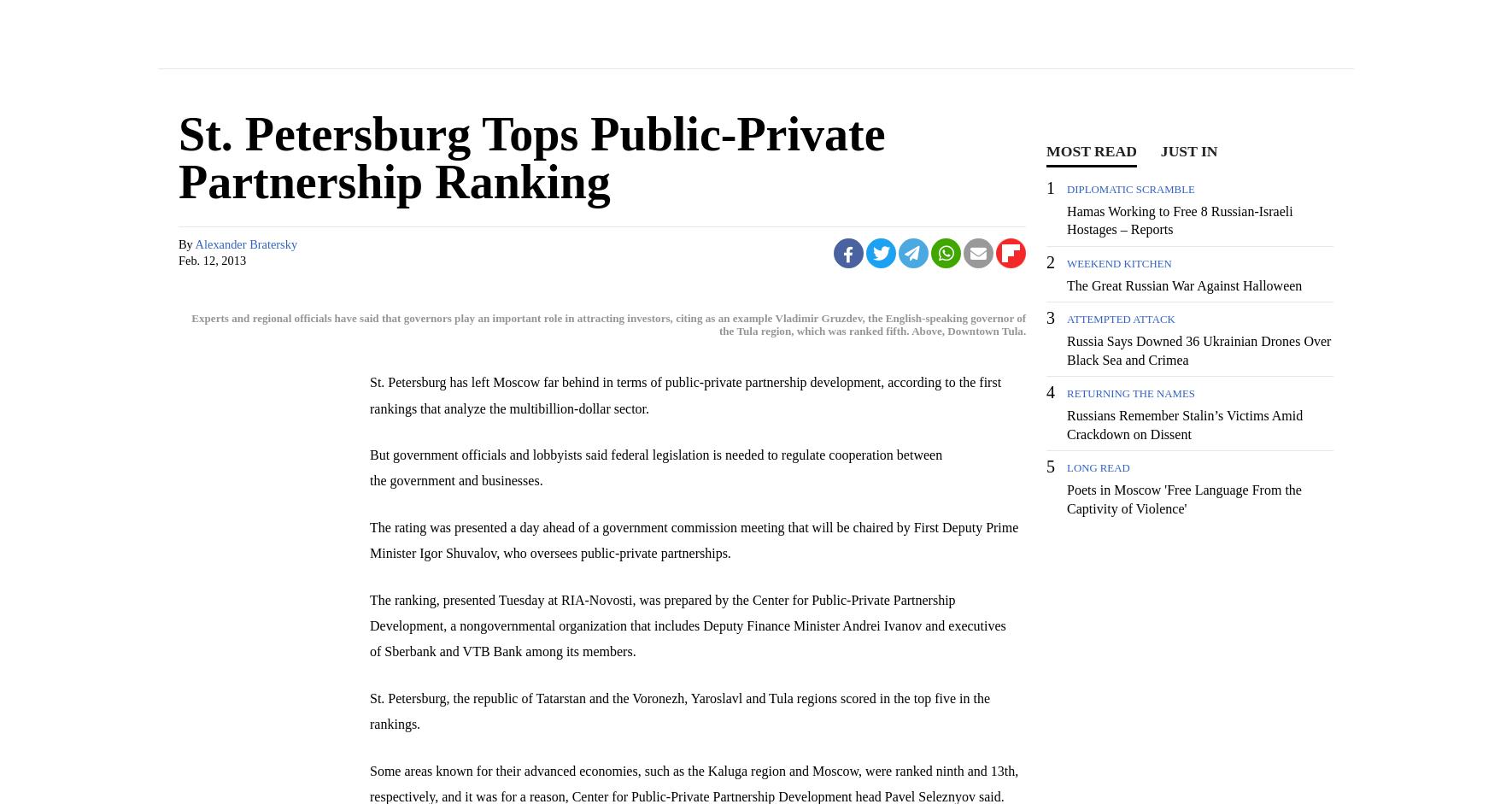 This screenshot has width=1512, height=804. What do you see at coordinates (1049, 185) in the screenshot?
I see `'1'` at bounding box center [1049, 185].